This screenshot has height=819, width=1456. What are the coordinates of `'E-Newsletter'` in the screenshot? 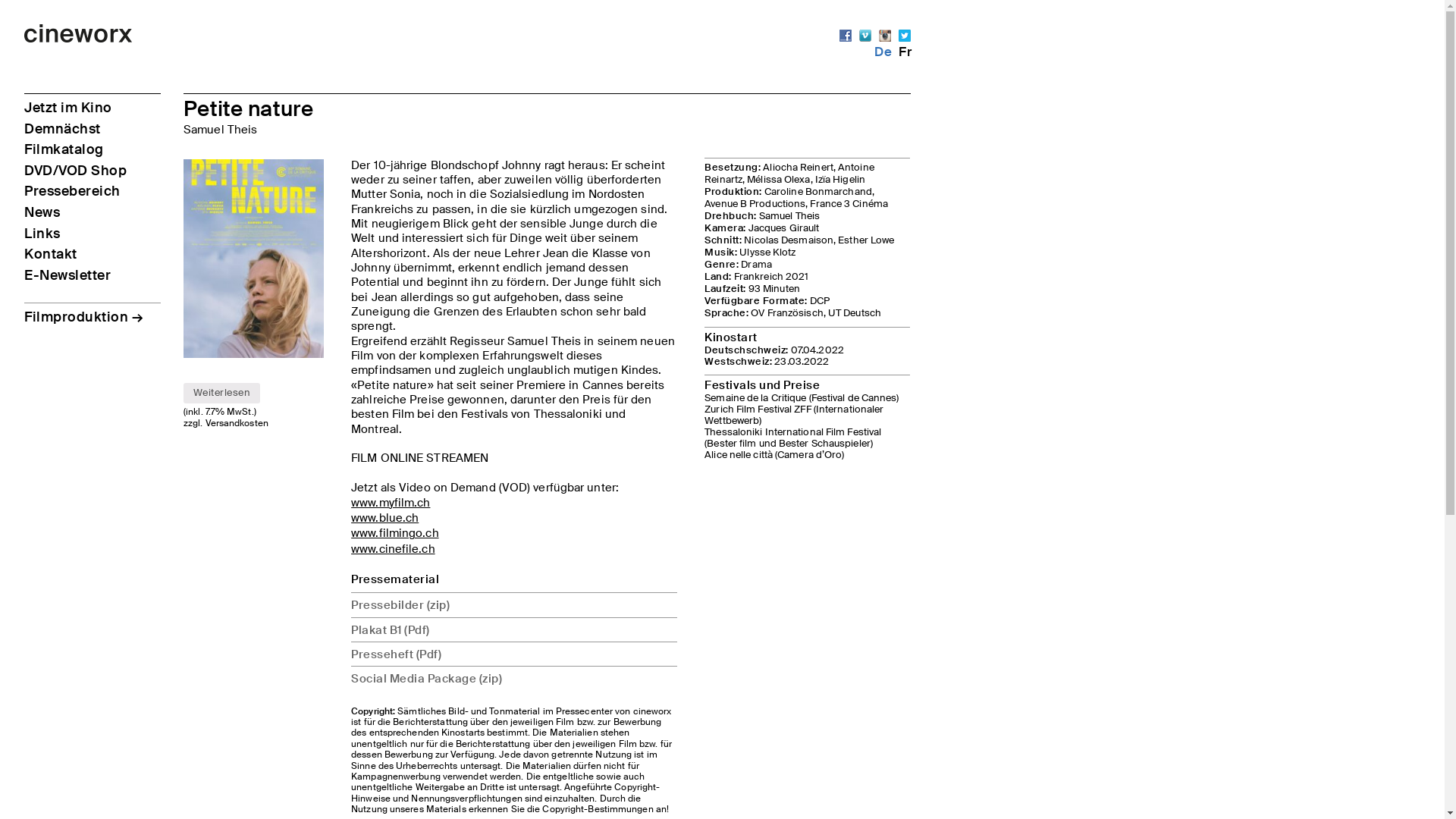 It's located at (24, 275).